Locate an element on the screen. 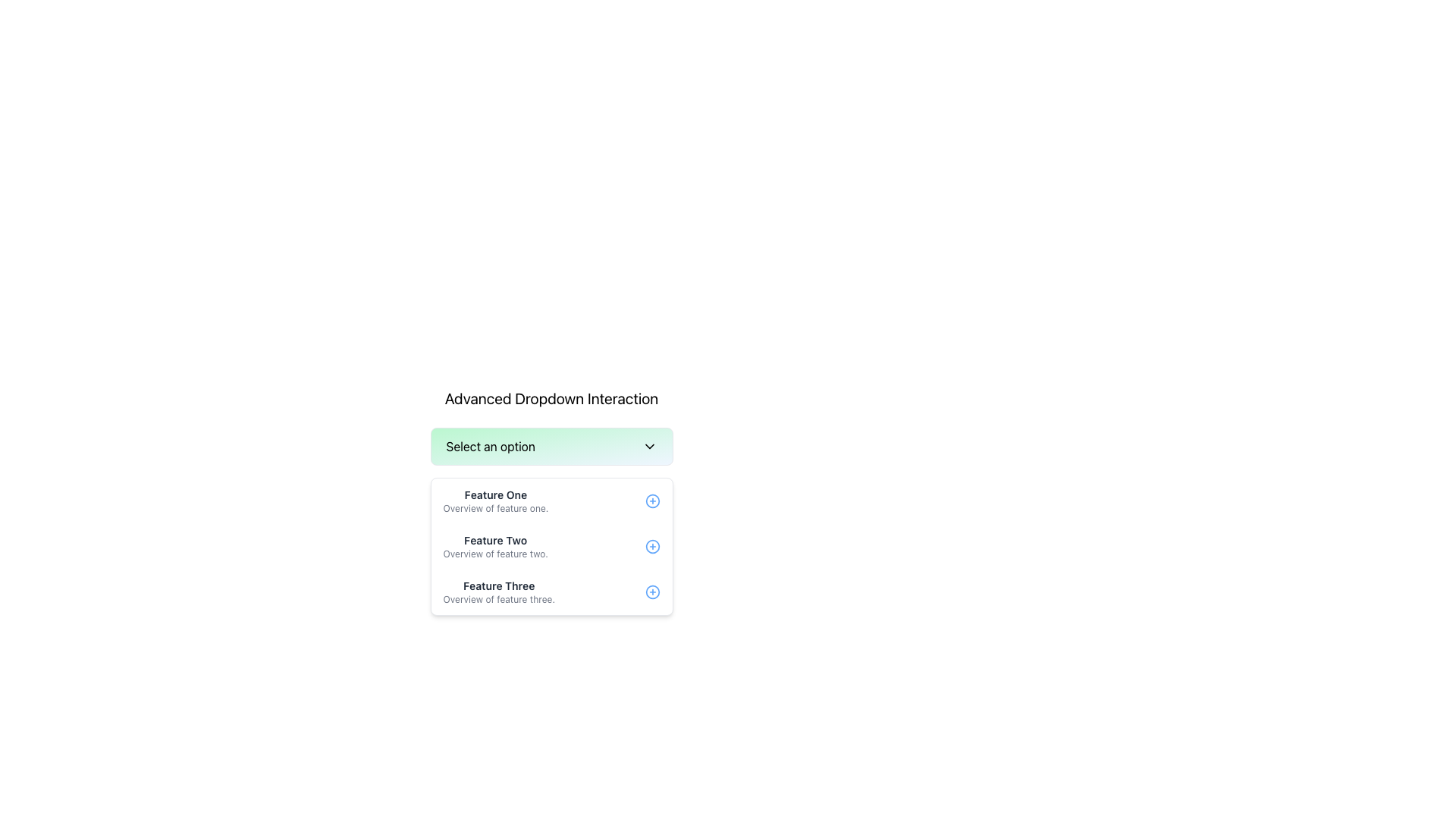 The width and height of the screenshot is (1456, 819). the title text indicating the section's purpose for advanced dropdown interaction, located above the dropdown selection area labeled 'Select an option' is located at coordinates (551, 397).